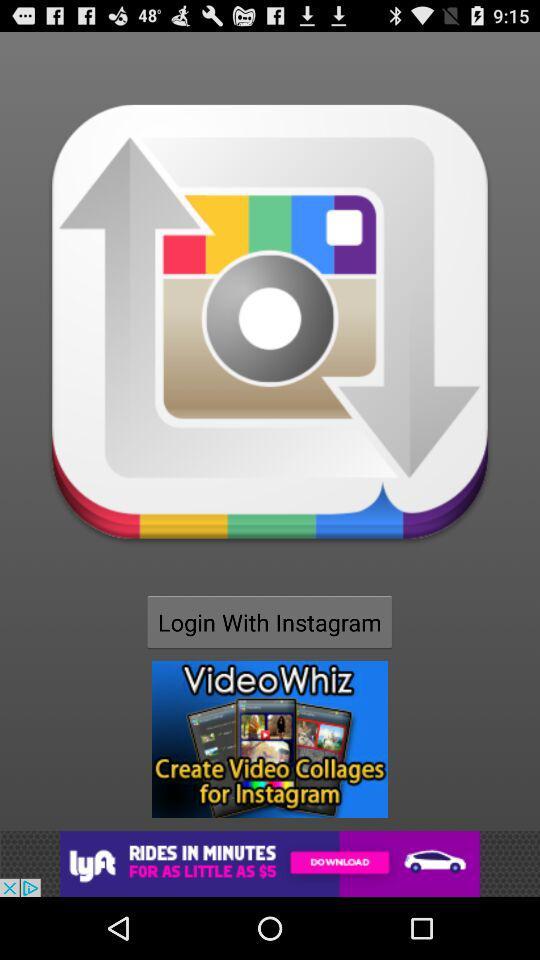 The height and width of the screenshot is (960, 540). Describe the element at coordinates (270, 863) in the screenshot. I see `advertisements image` at that location.